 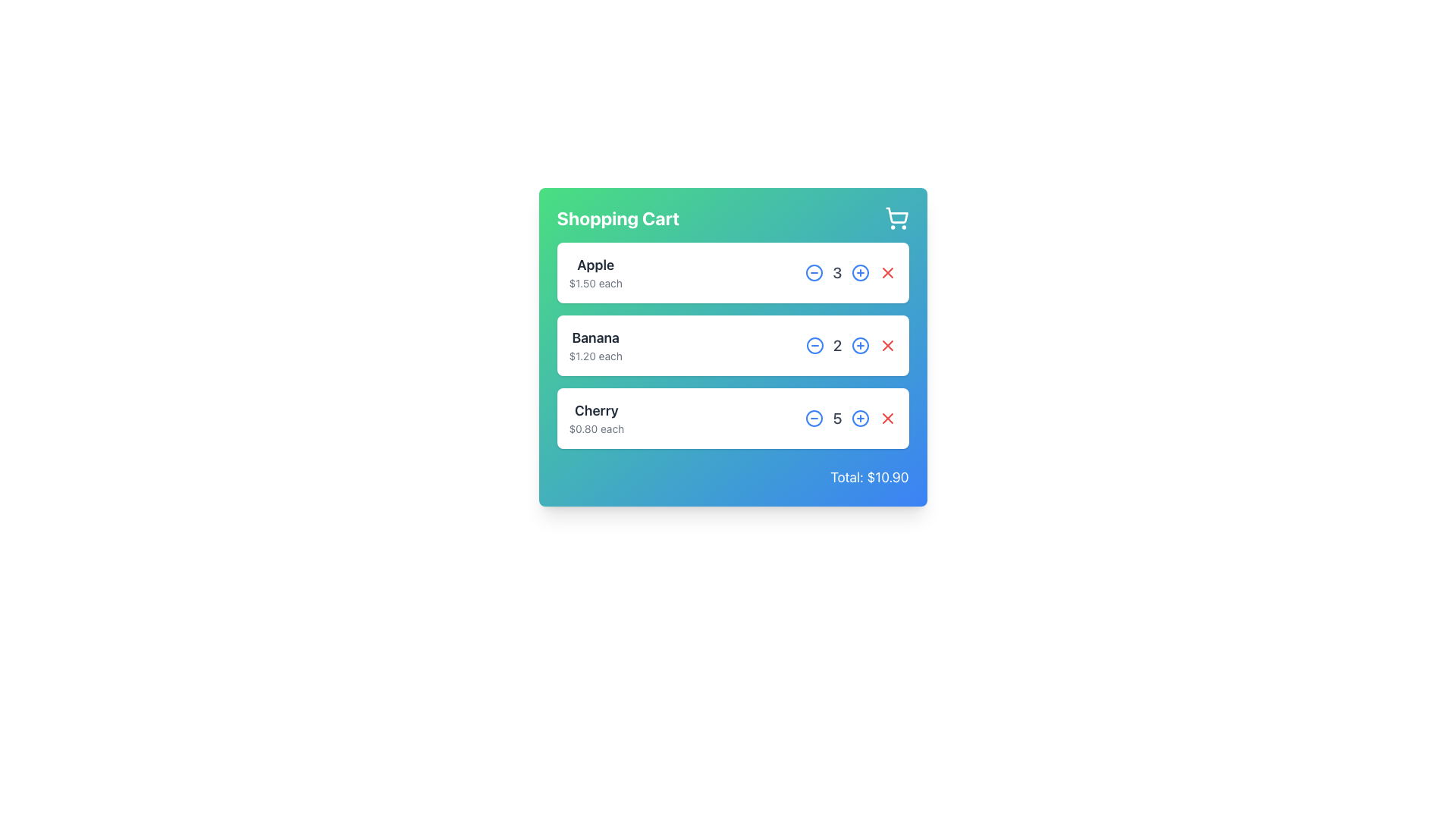 What do you see at coordinates (836, 345) in the screenshot?
I see `the Counter Display showing the numeral '2', which is centrally placed between the minus and plus controls in the item count section of the Banana cart item row` at bounding box center [836, 345].